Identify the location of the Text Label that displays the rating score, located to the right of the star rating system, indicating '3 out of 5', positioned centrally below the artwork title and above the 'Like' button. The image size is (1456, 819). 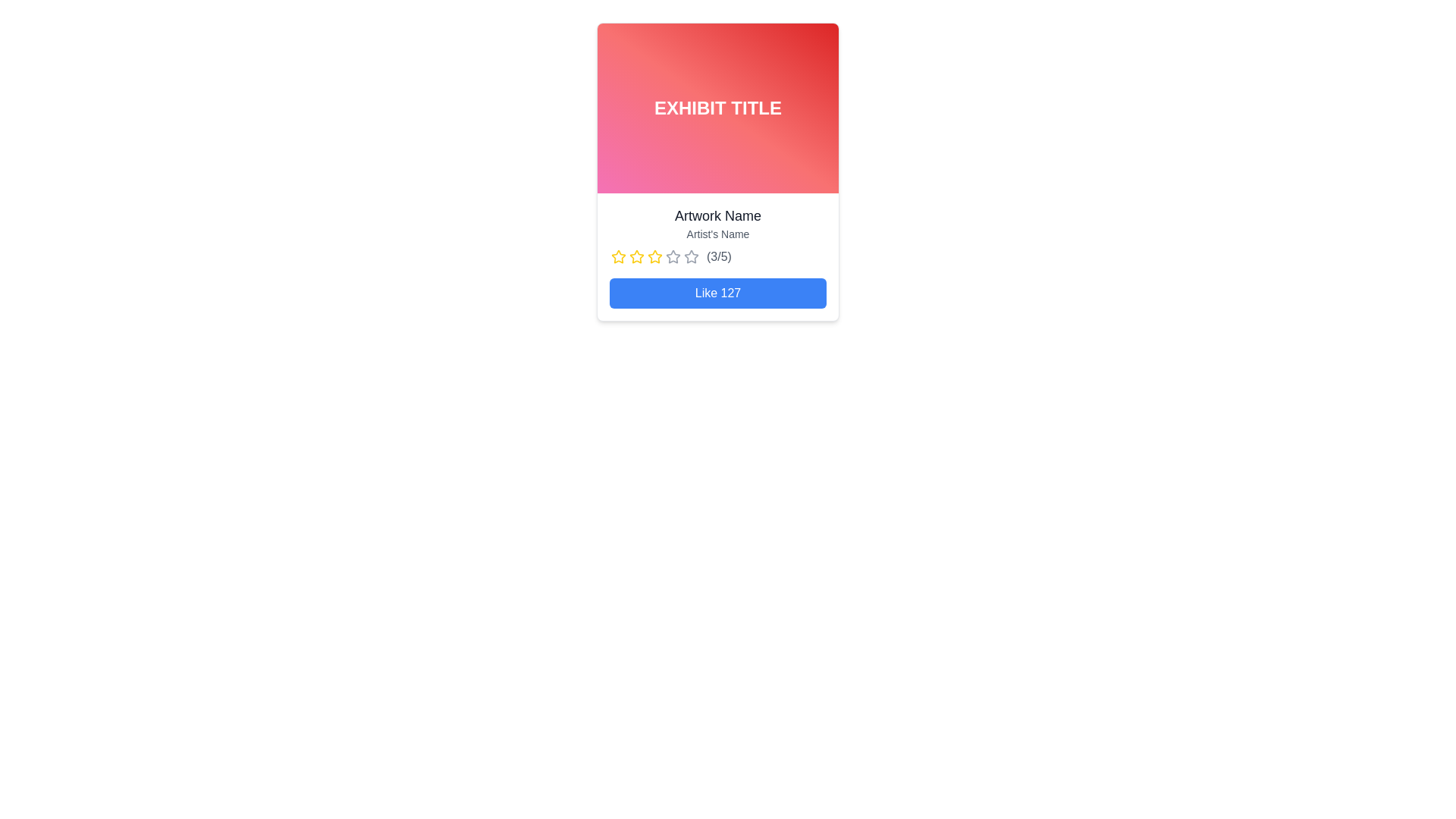
(718, 256).